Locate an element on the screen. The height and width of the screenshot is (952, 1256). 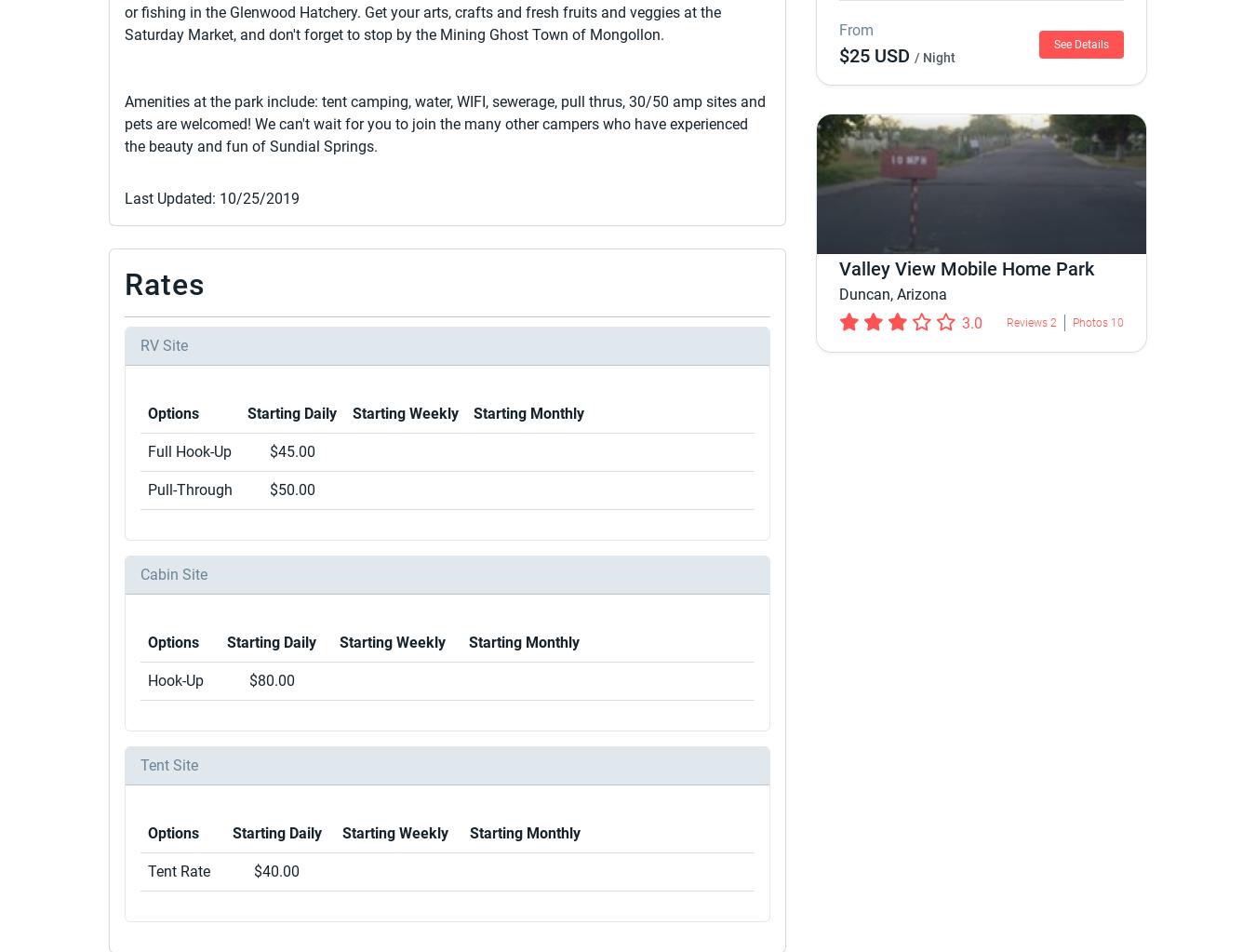
'© 2023 Roverpass' is located at coordinates (627, 919).